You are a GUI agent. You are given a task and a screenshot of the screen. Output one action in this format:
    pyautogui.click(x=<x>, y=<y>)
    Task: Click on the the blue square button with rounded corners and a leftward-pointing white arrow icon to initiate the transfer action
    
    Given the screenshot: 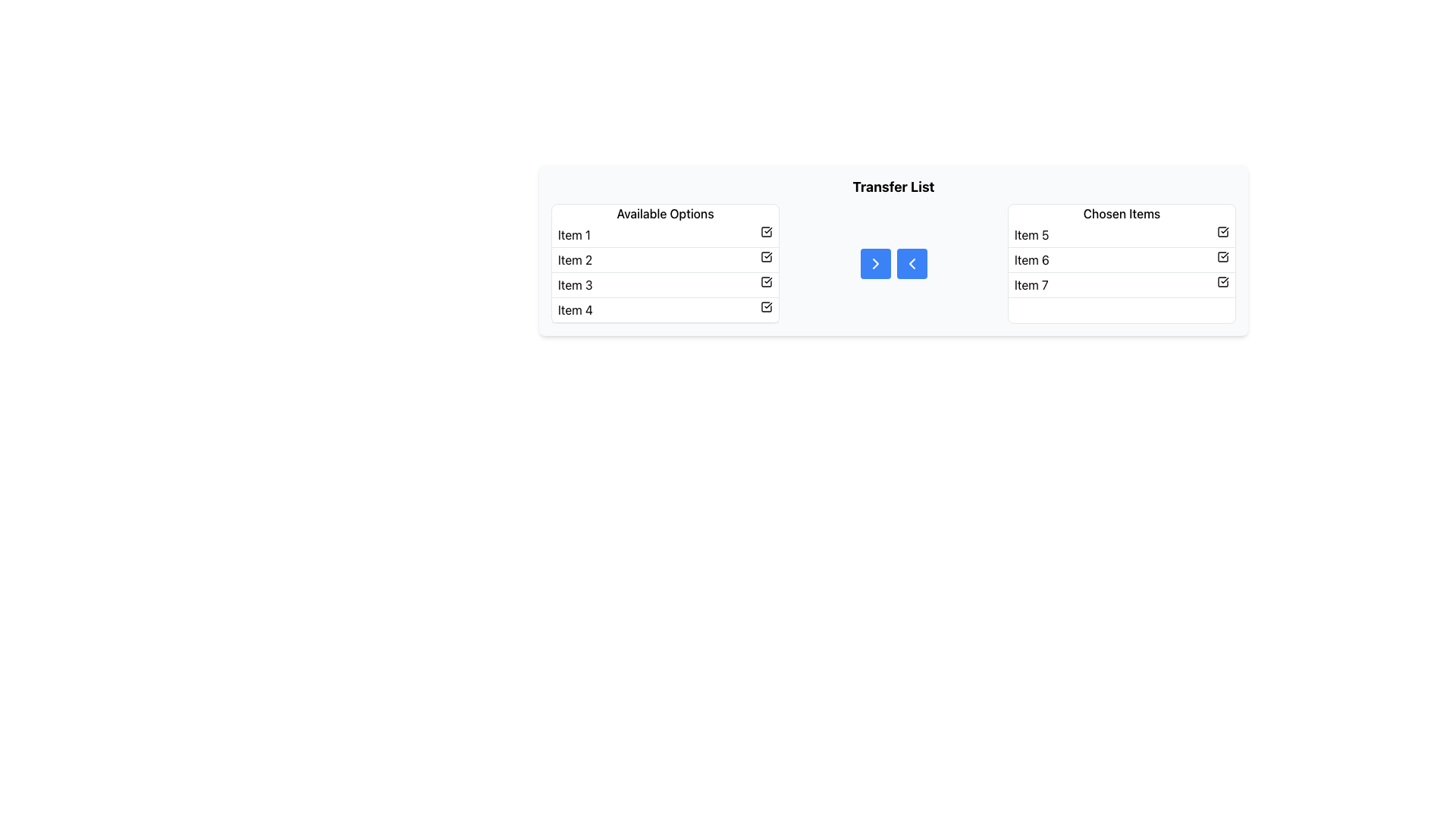 What is the action you would take?
    pyautogui.click(x=911, y=262)
    